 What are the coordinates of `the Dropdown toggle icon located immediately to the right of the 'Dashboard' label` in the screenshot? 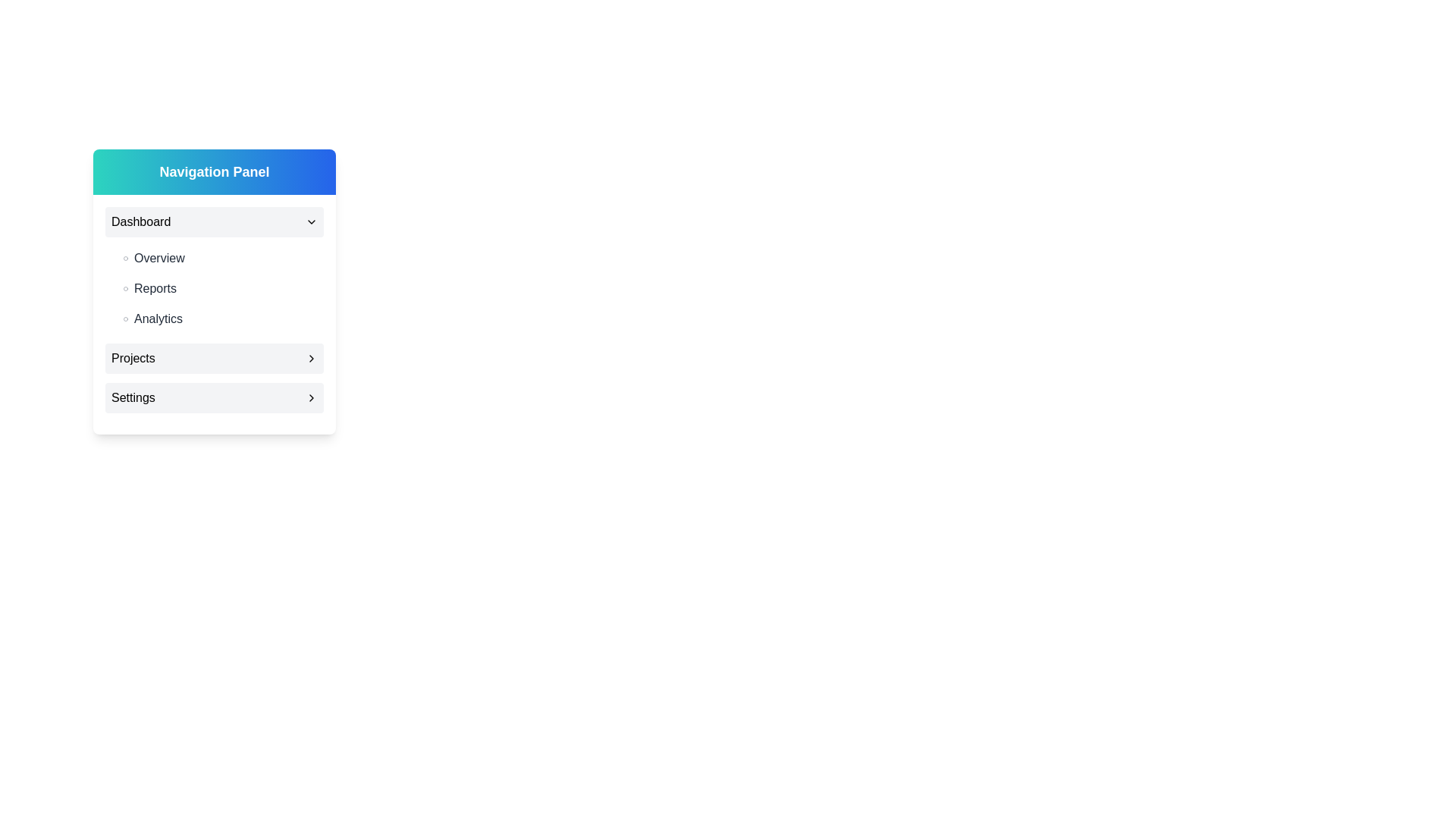 It's located at (311, 222).